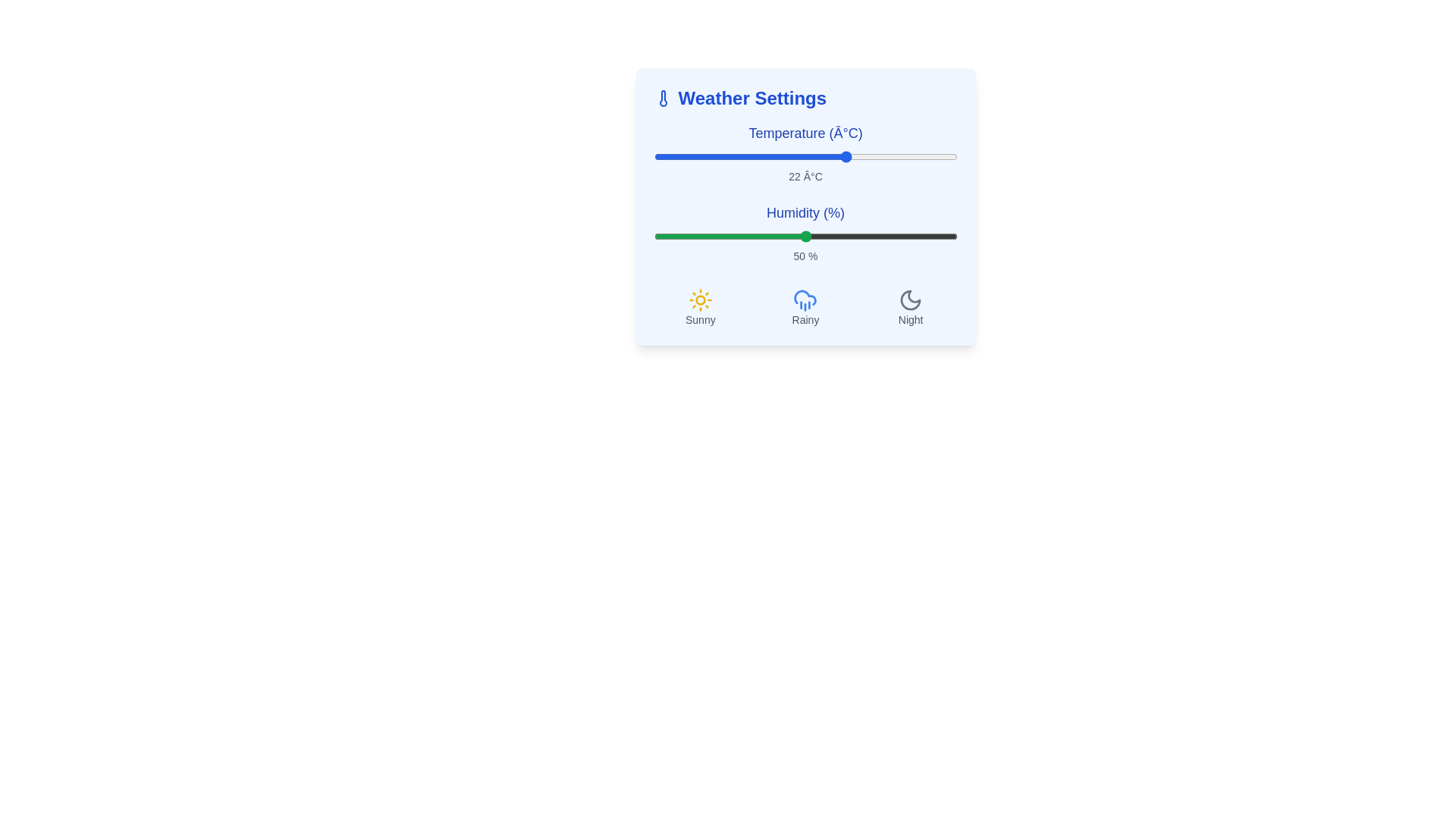 The image size is (1456, 819). Describe the element at coordinates (878, 237) in the screenshot. I see `the humidity` at that location.